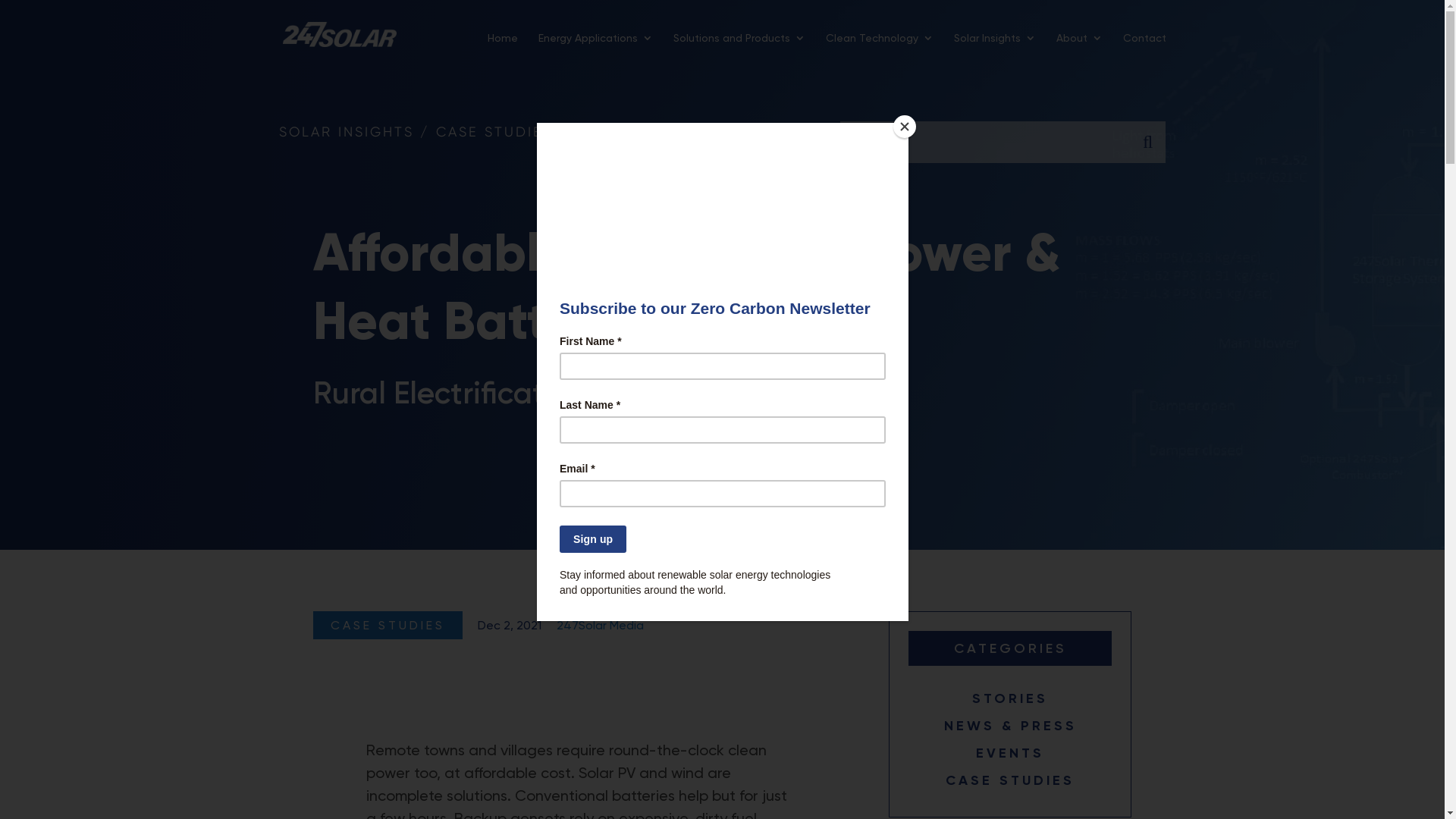 This screenshot has height=819, width=1456. I want to click on 'NEWS & PRESS', so click(1010, 724).